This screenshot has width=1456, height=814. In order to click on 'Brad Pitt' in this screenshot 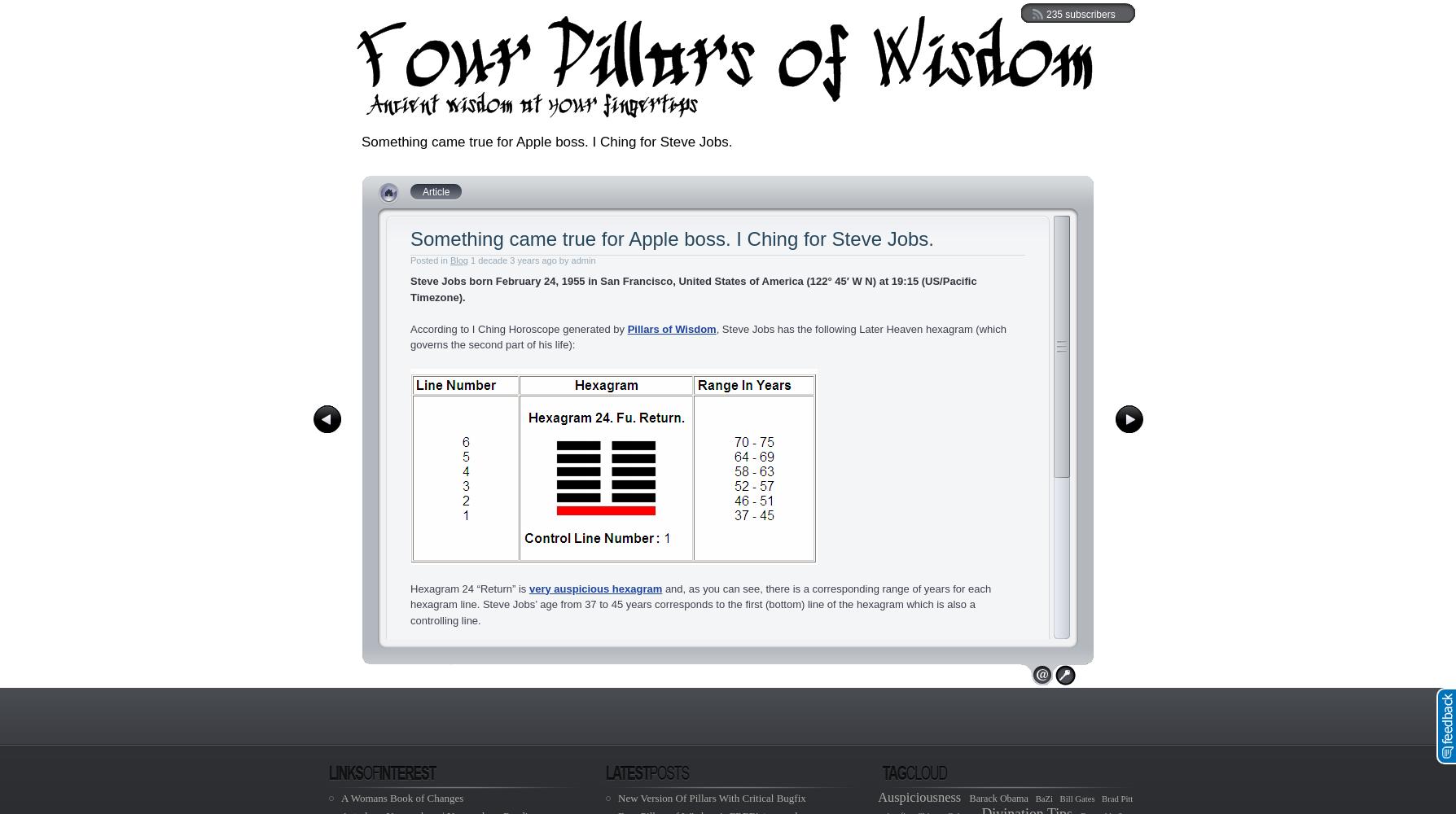, I will do `click(1116, 798)`.